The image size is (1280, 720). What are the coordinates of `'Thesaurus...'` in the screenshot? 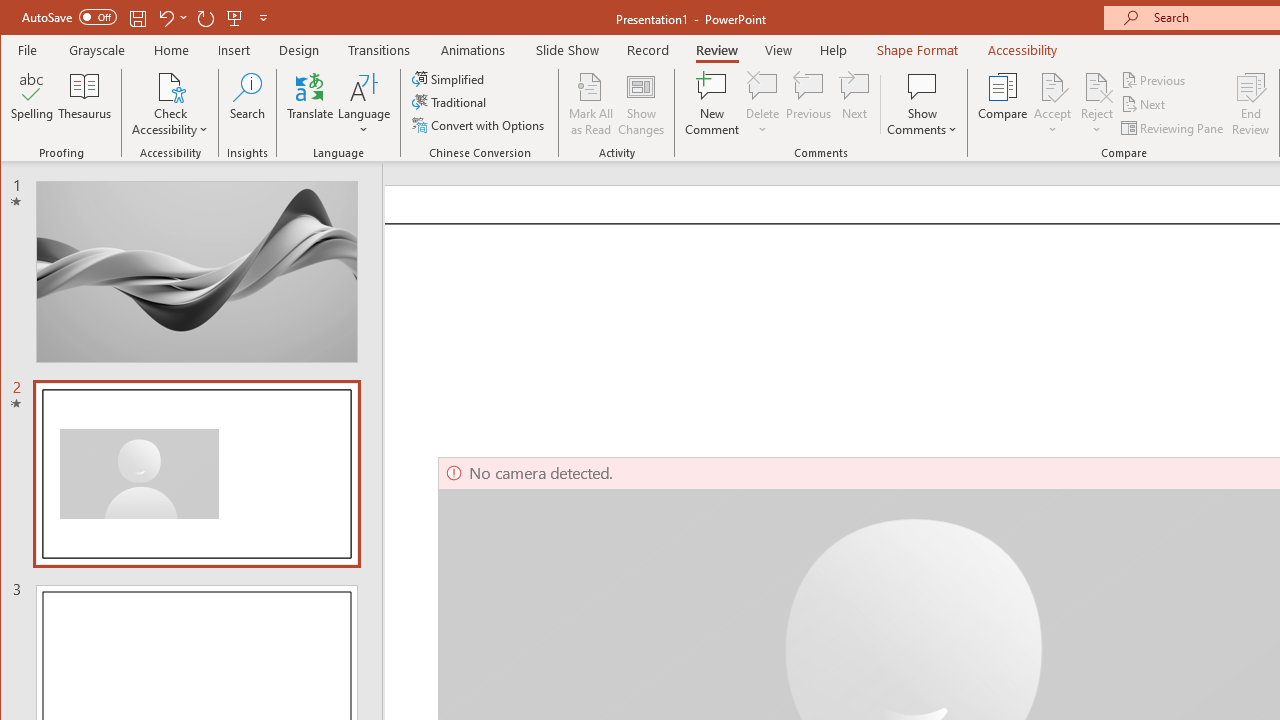 It's located at (84, 104).